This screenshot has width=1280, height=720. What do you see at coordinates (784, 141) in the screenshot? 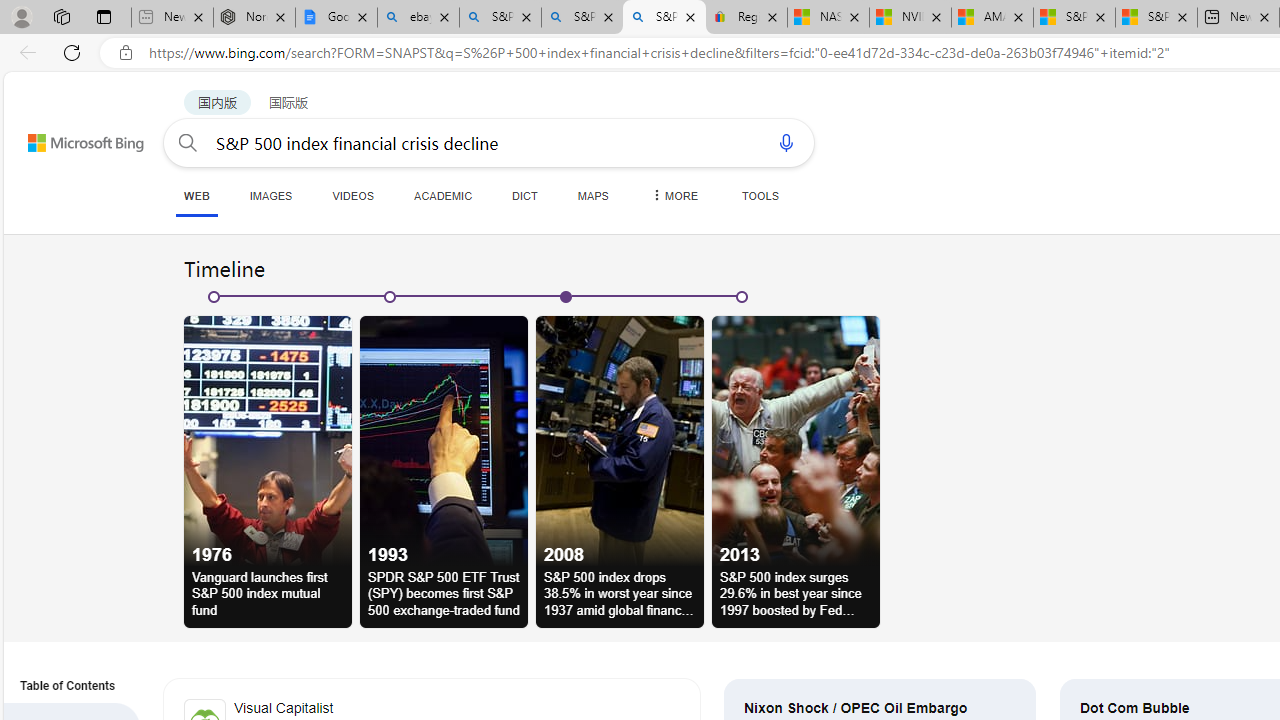
I see `'Search using voice'` at bounding box center [784, 141].